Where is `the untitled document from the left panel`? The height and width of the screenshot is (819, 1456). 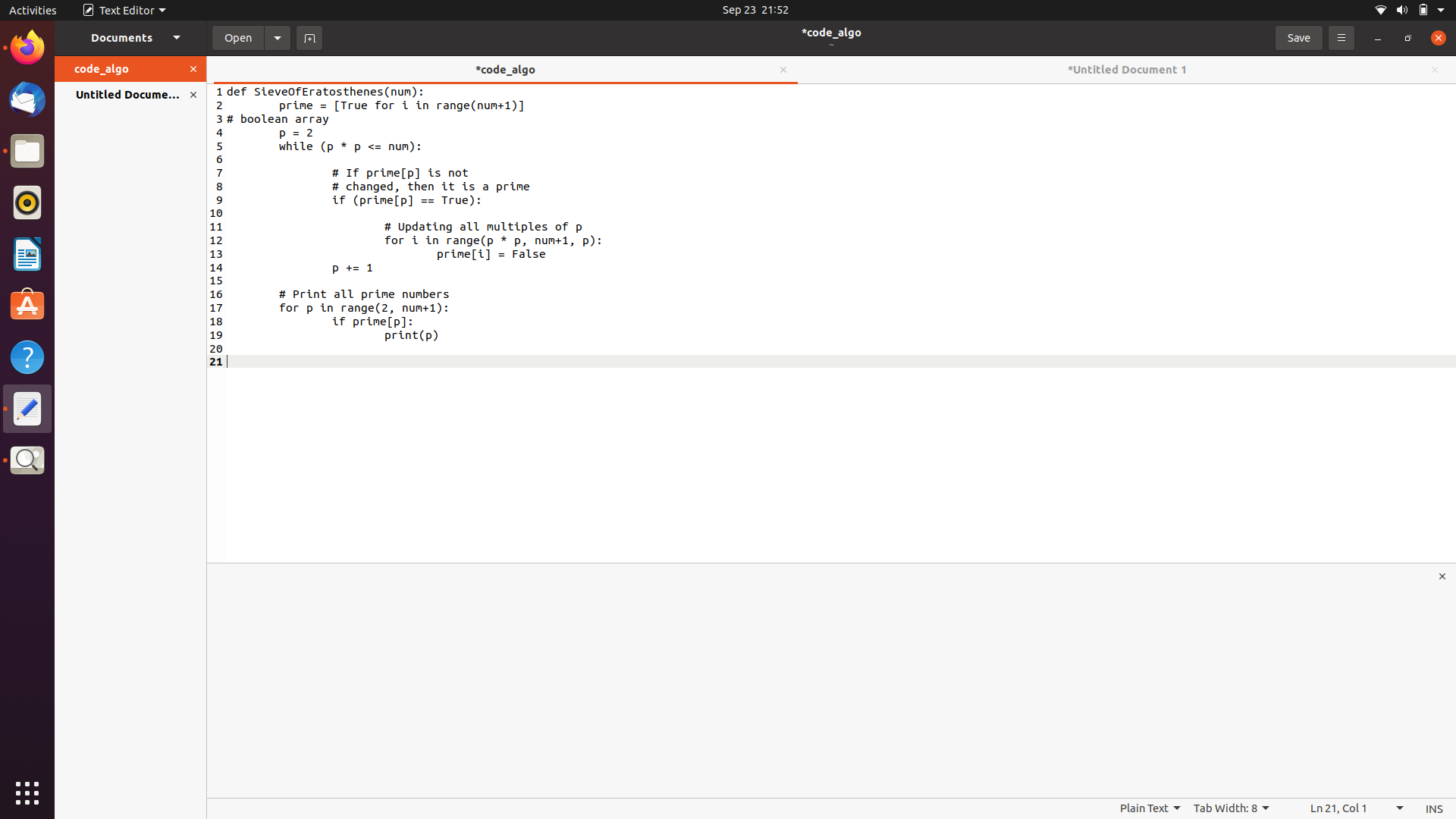 the untitled document from the left panel is located at coordinates (119, 94).